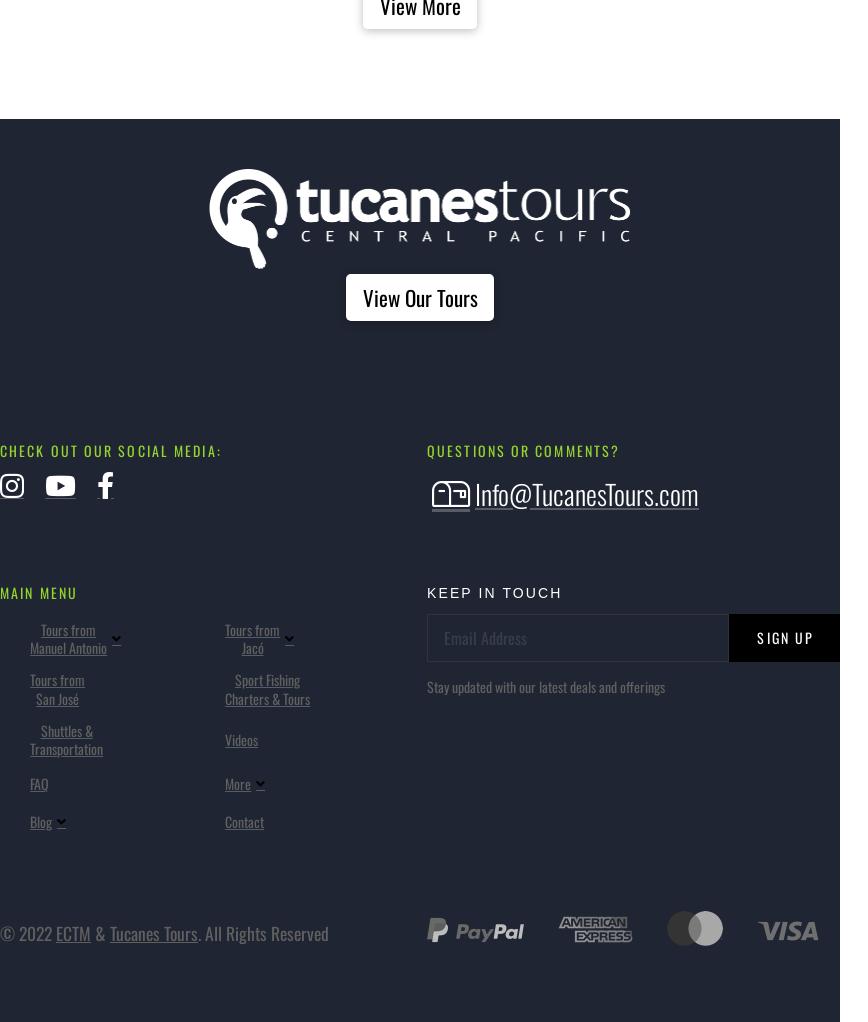  Describe the element at coordinates (282, 577) in the screenshot. I see `'Gallery'` at that location.